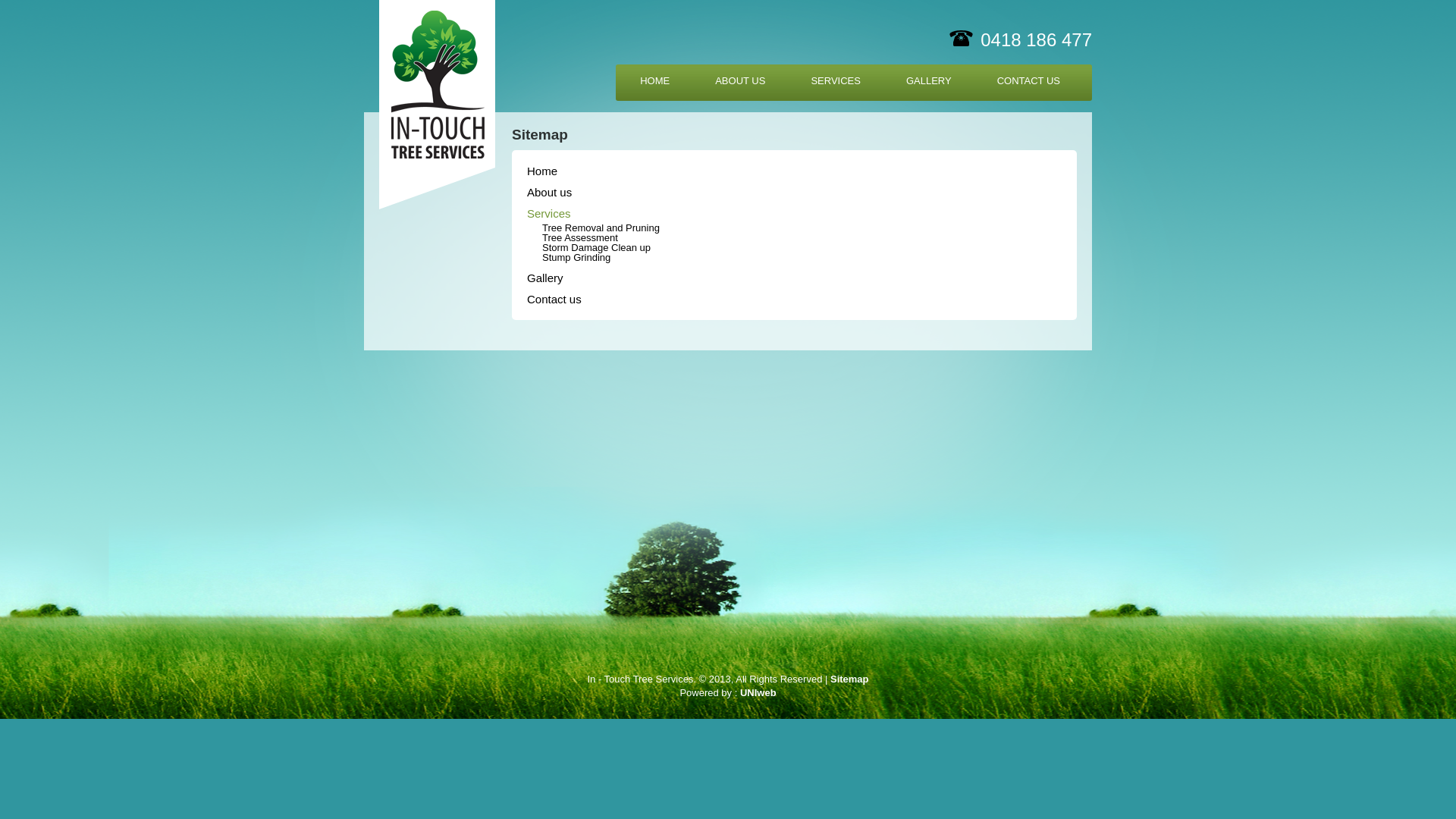  What do you see at coordinates (527, 171) in the screenshot?
I see `'Home'` at bounding box center [527, 171].